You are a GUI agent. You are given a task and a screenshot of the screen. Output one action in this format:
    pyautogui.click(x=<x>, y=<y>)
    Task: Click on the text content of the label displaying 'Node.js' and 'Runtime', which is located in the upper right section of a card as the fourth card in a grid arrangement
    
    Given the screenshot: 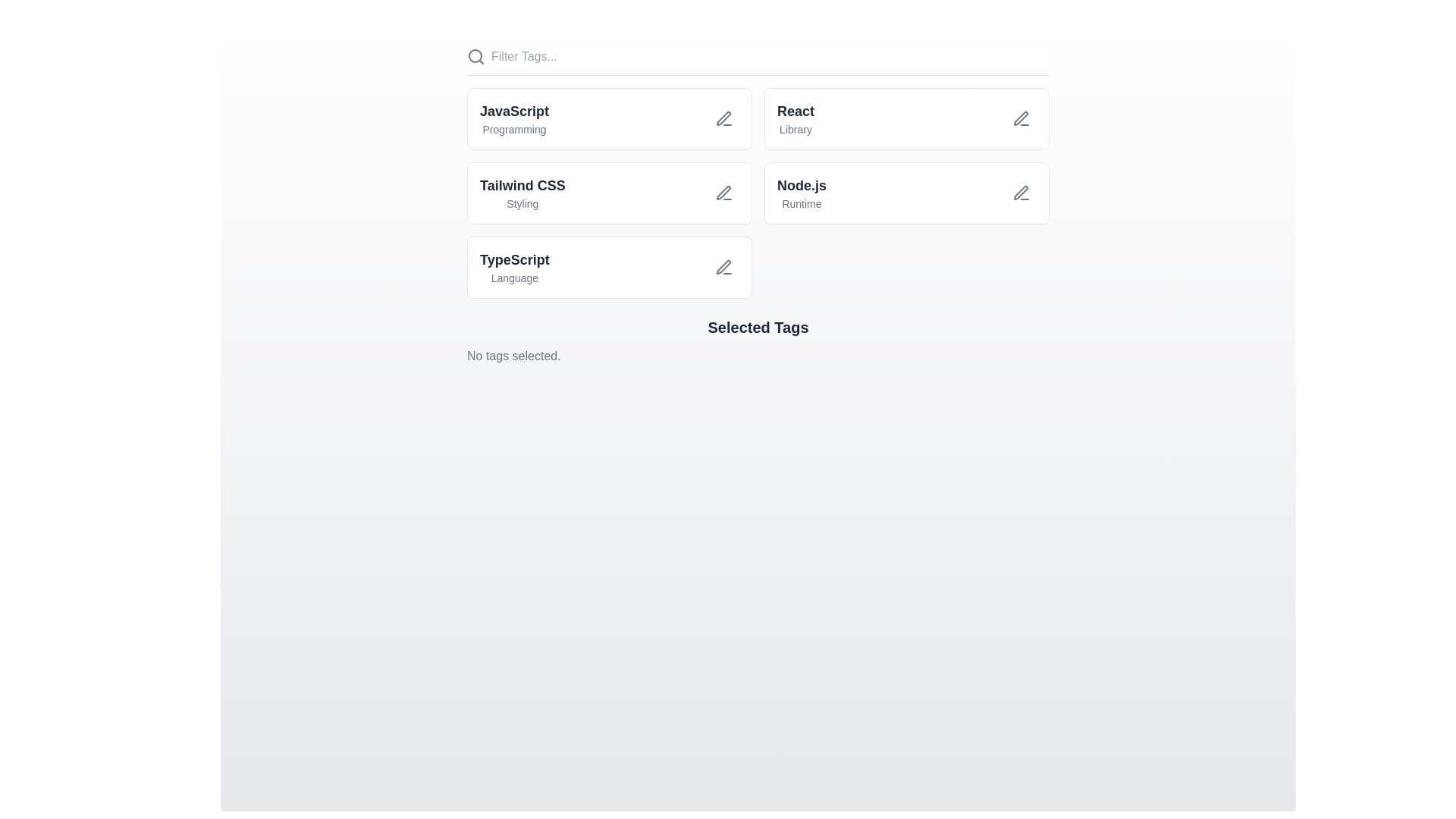 What is the action you would take?
    pyautogui.click(x=801, y=192)
    